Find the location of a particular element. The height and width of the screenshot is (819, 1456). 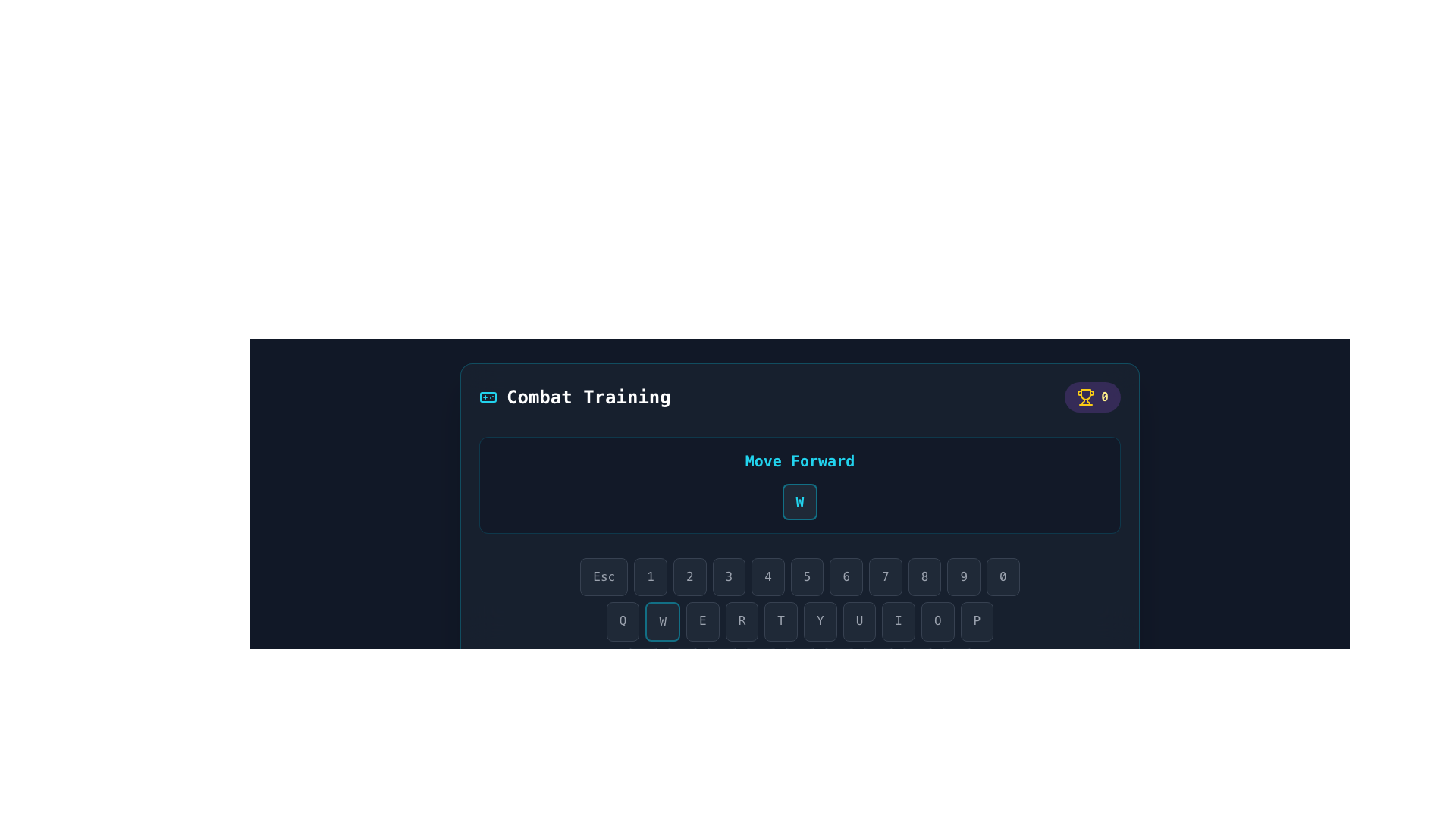

the virtual keyboard key displaying the letter 'P', which is the rightmost key in the second row of the keyboard layout is located at coordinates (976, 622).